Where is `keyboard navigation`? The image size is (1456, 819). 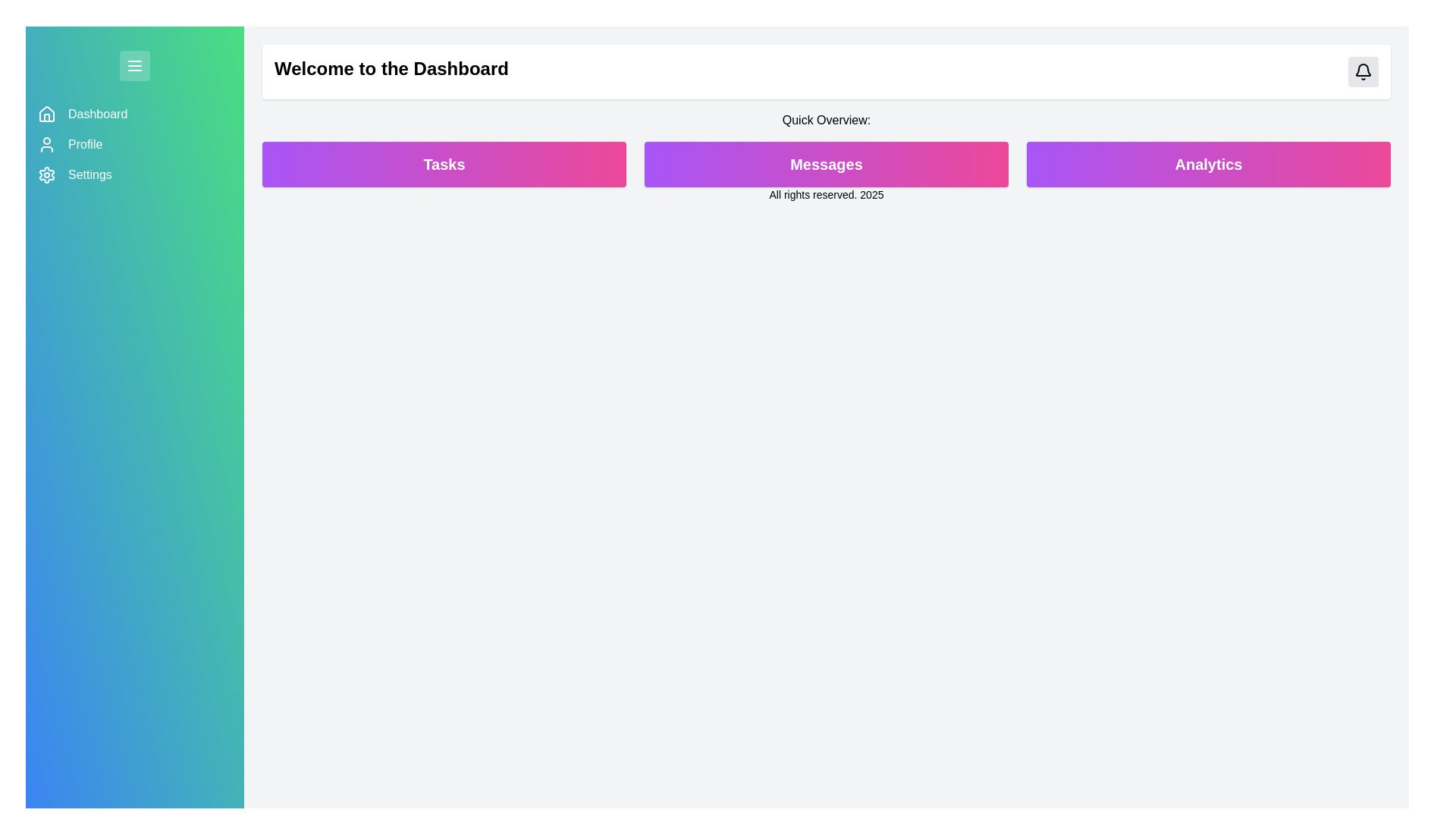
keyboard navigation is located at coordinates (97, 113).